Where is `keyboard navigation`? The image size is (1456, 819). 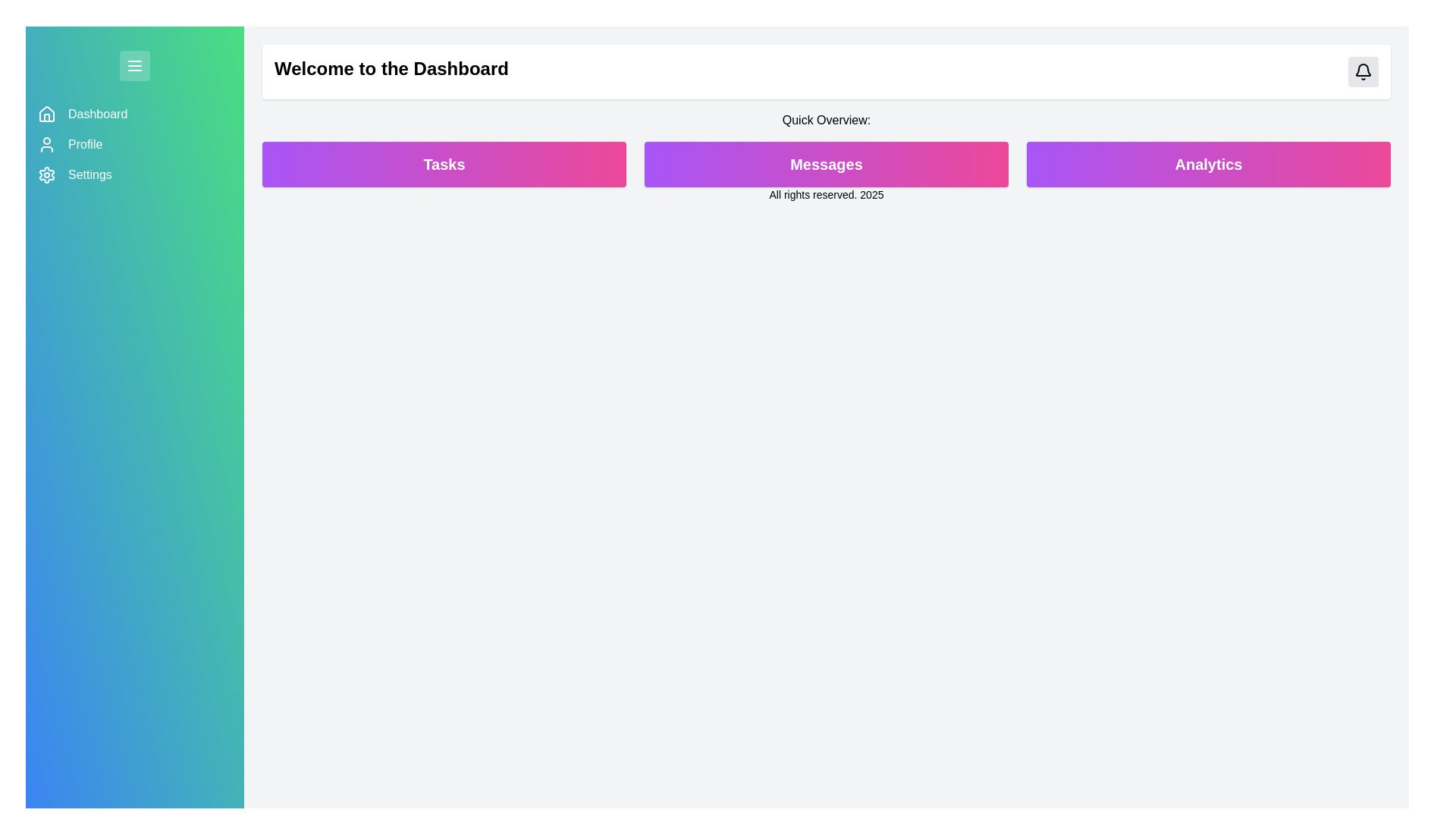
keyboard navigation is located at coordinates (97, 113).